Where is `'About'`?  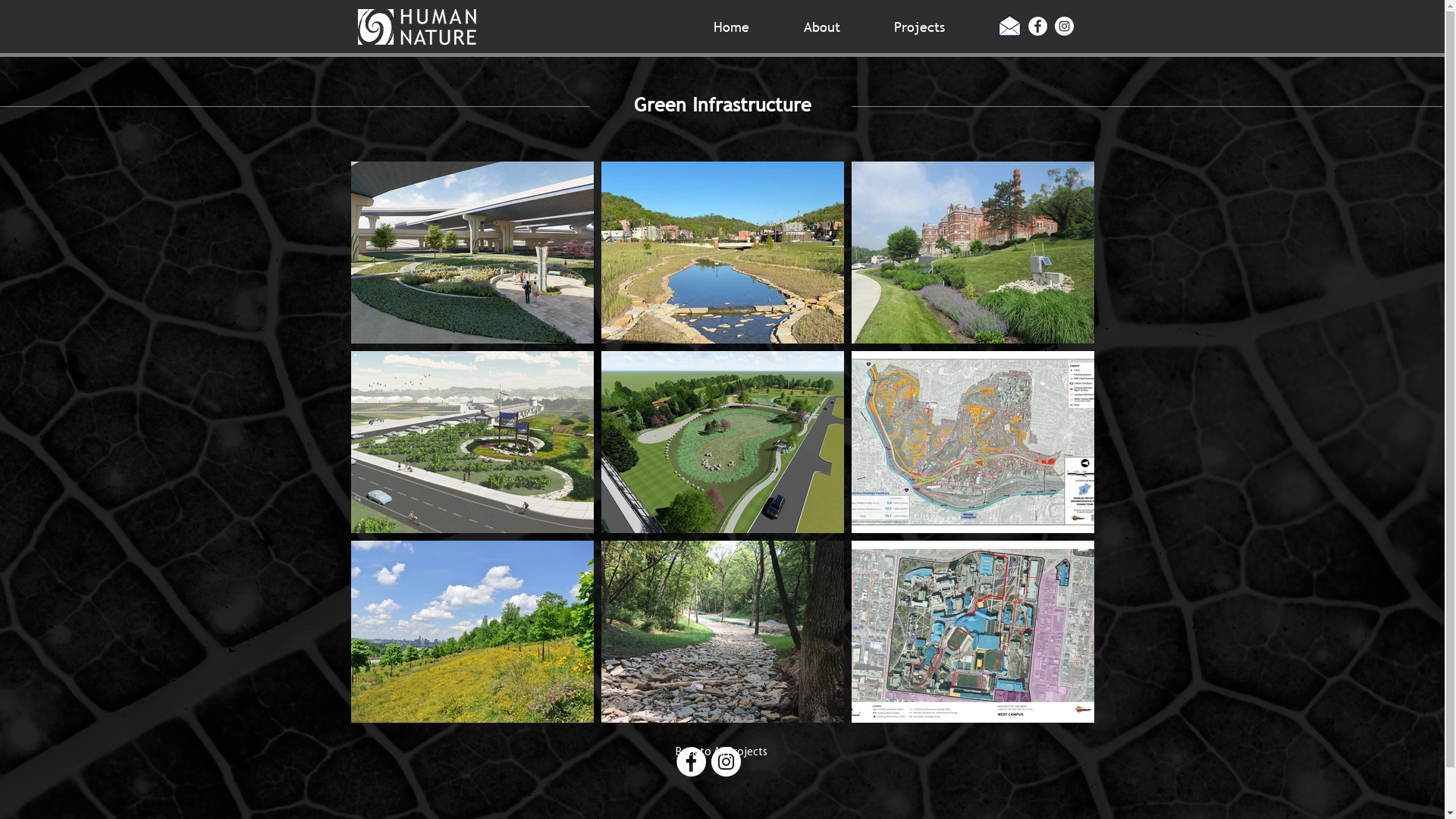 'About' is located at coordinates (790, 25).